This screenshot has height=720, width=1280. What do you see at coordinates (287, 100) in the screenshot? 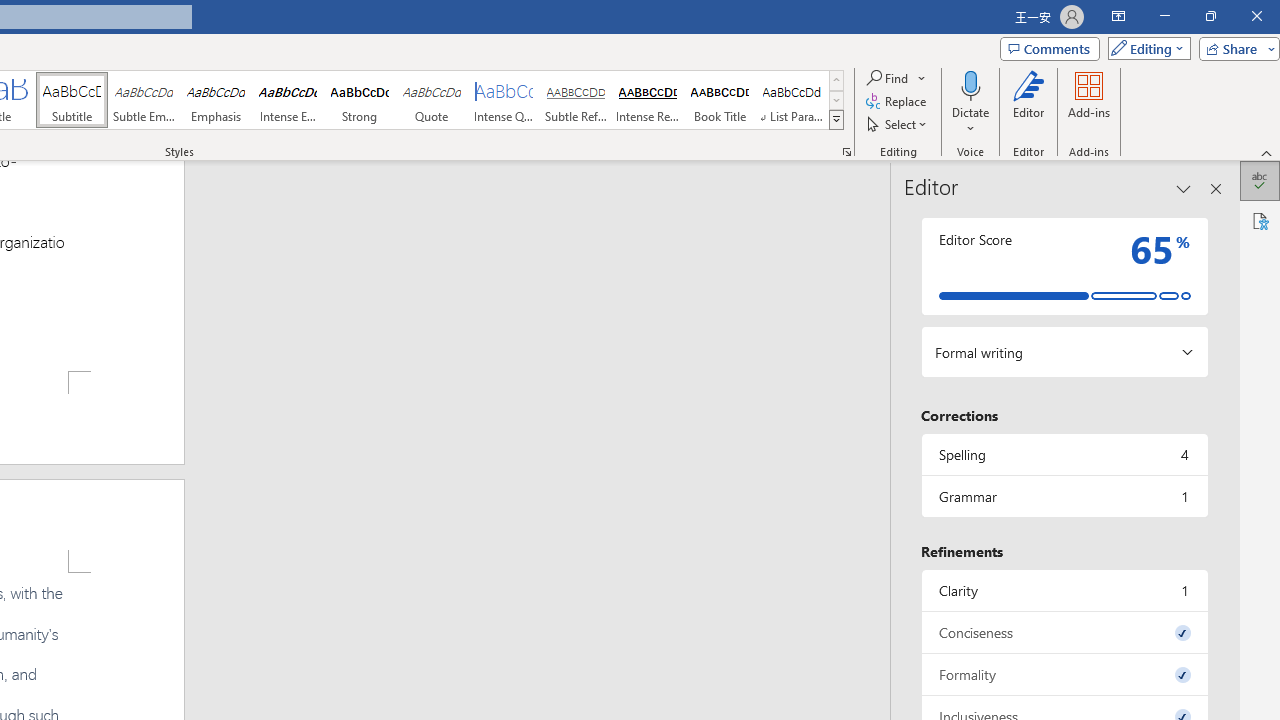
I see `'Intense Emphasis'` at bounding box center [287, 100].